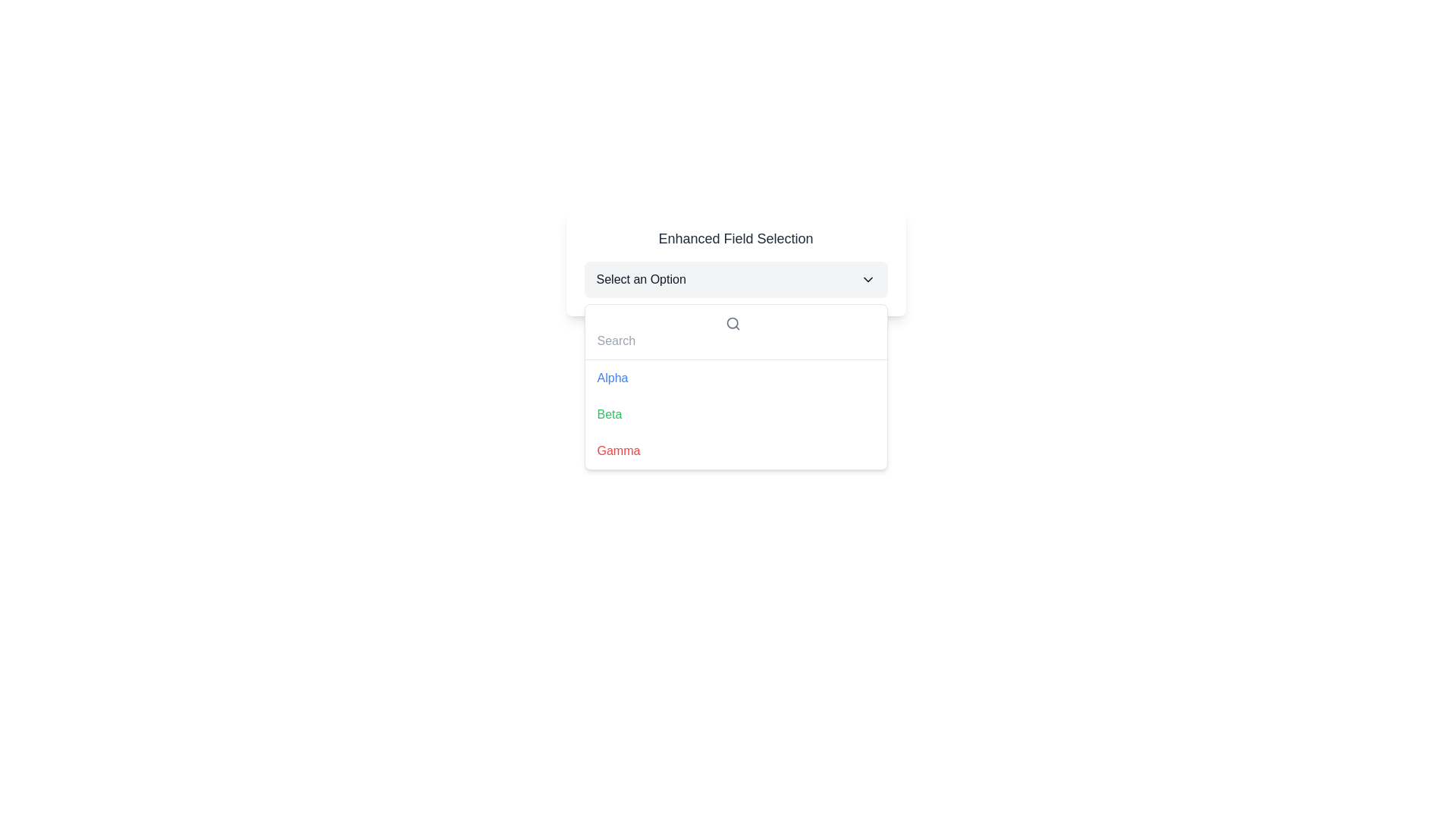  I want to click on the second menu list item labeled 'Beta' styled in green, located below the search input box, so click(736, 415).